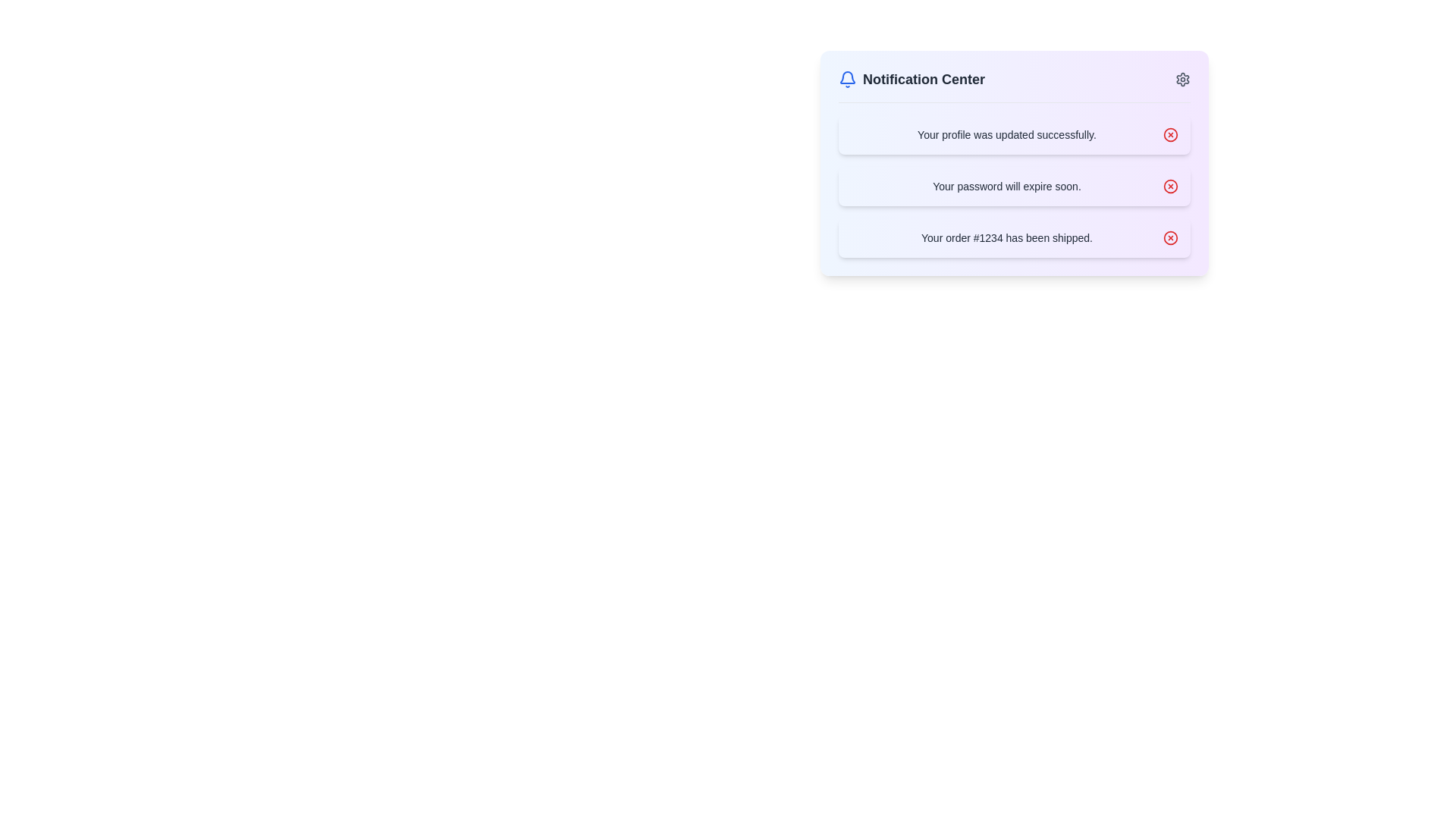 The width and height of the screenshot is (1456, 819). I want to click on the close button located on the right side of the notification that reads 'Your profile was updated successfully.', so click(1170, 133).